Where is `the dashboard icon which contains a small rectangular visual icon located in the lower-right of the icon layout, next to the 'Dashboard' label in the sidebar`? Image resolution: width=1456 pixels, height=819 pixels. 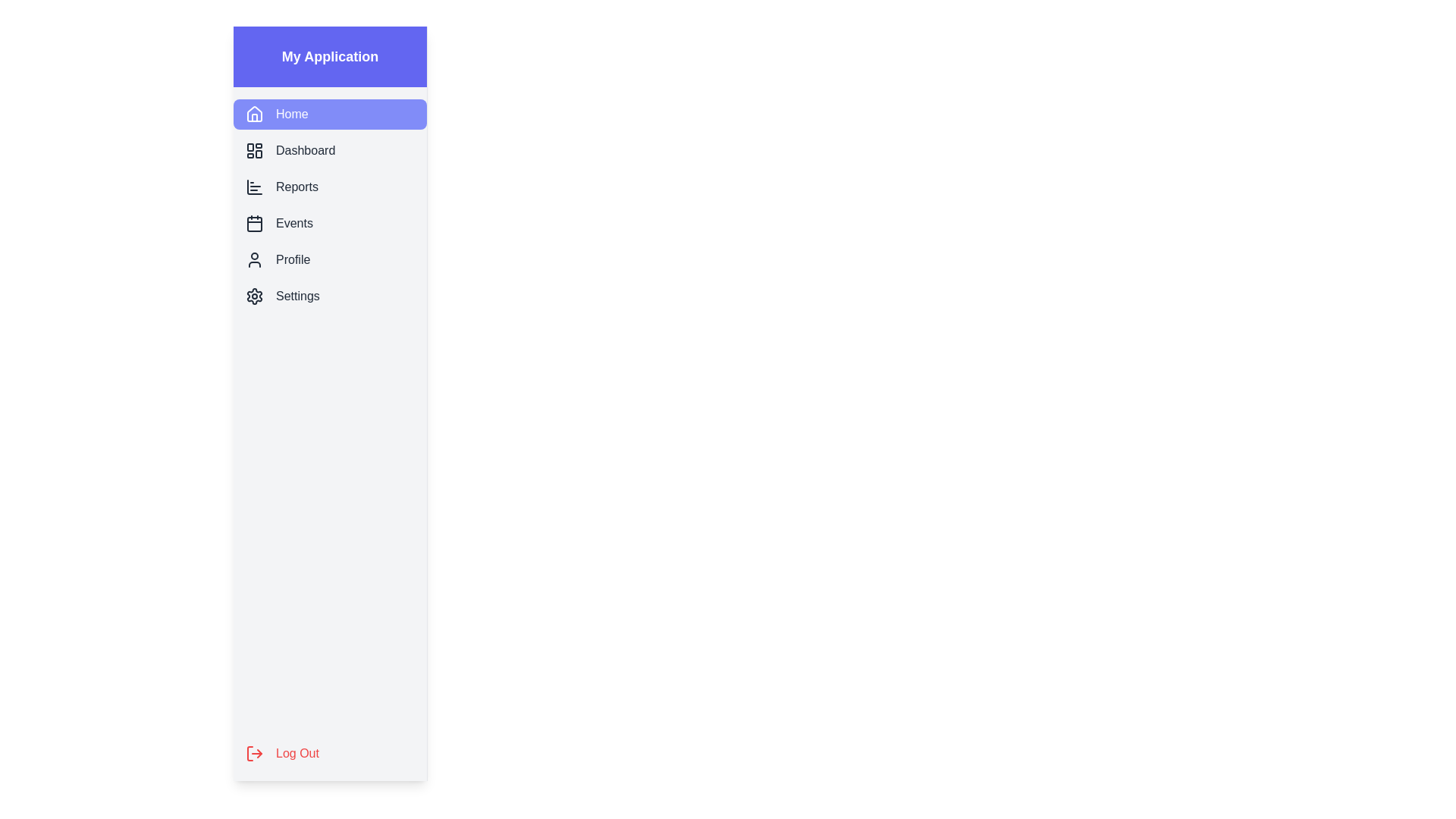
the dashboard icon which contains a small rectangular visual icon located in the lower-right of the icon layout, next to the 'Dashboard' label in the sidebar is located at coordinates (259, 154).